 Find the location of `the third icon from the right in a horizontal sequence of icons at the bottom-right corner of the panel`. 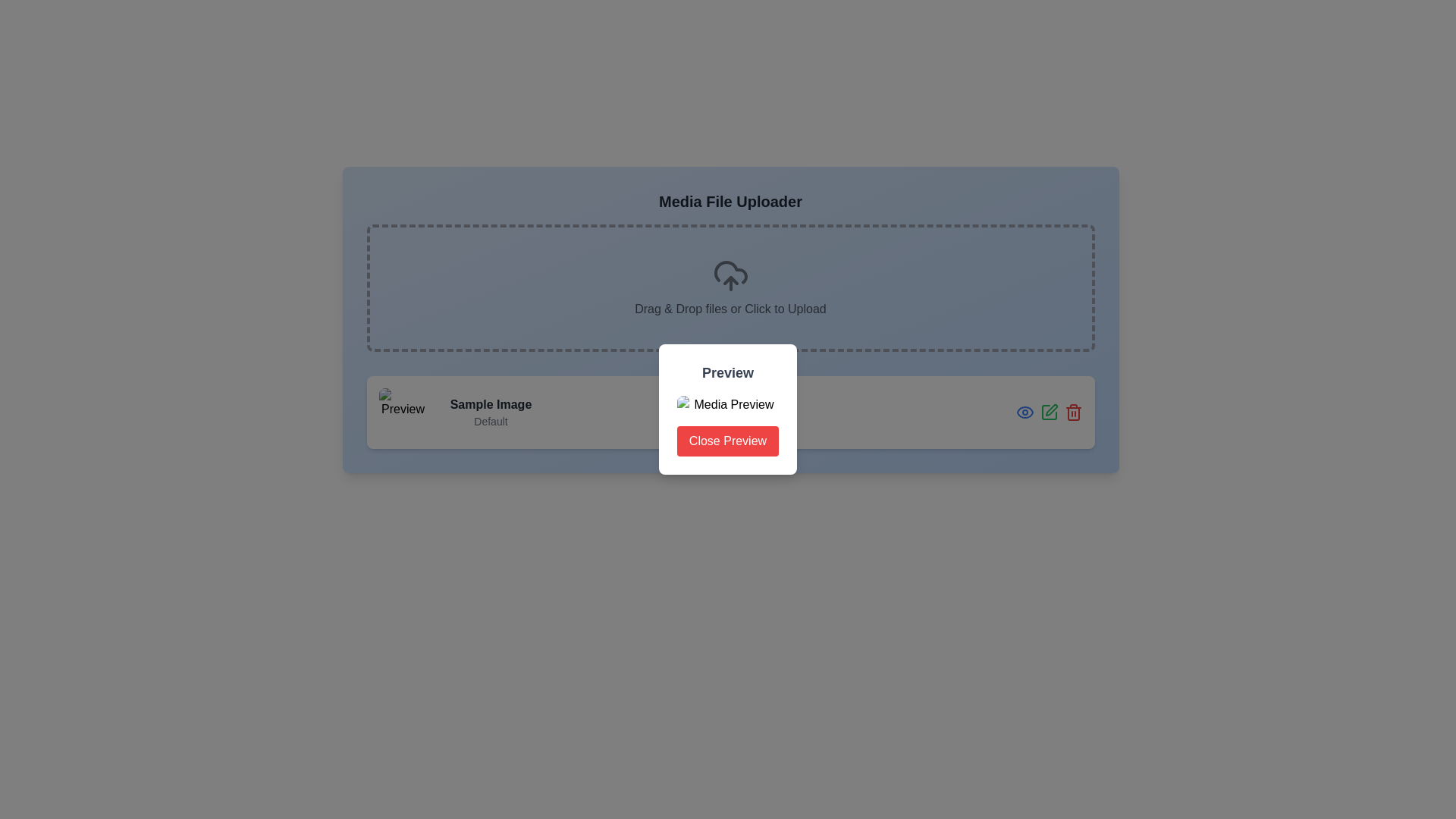

the third icon from the right in a horizontal sequence of icons at the bottom-right corner of the panel is located at coordinates (1072, 412).